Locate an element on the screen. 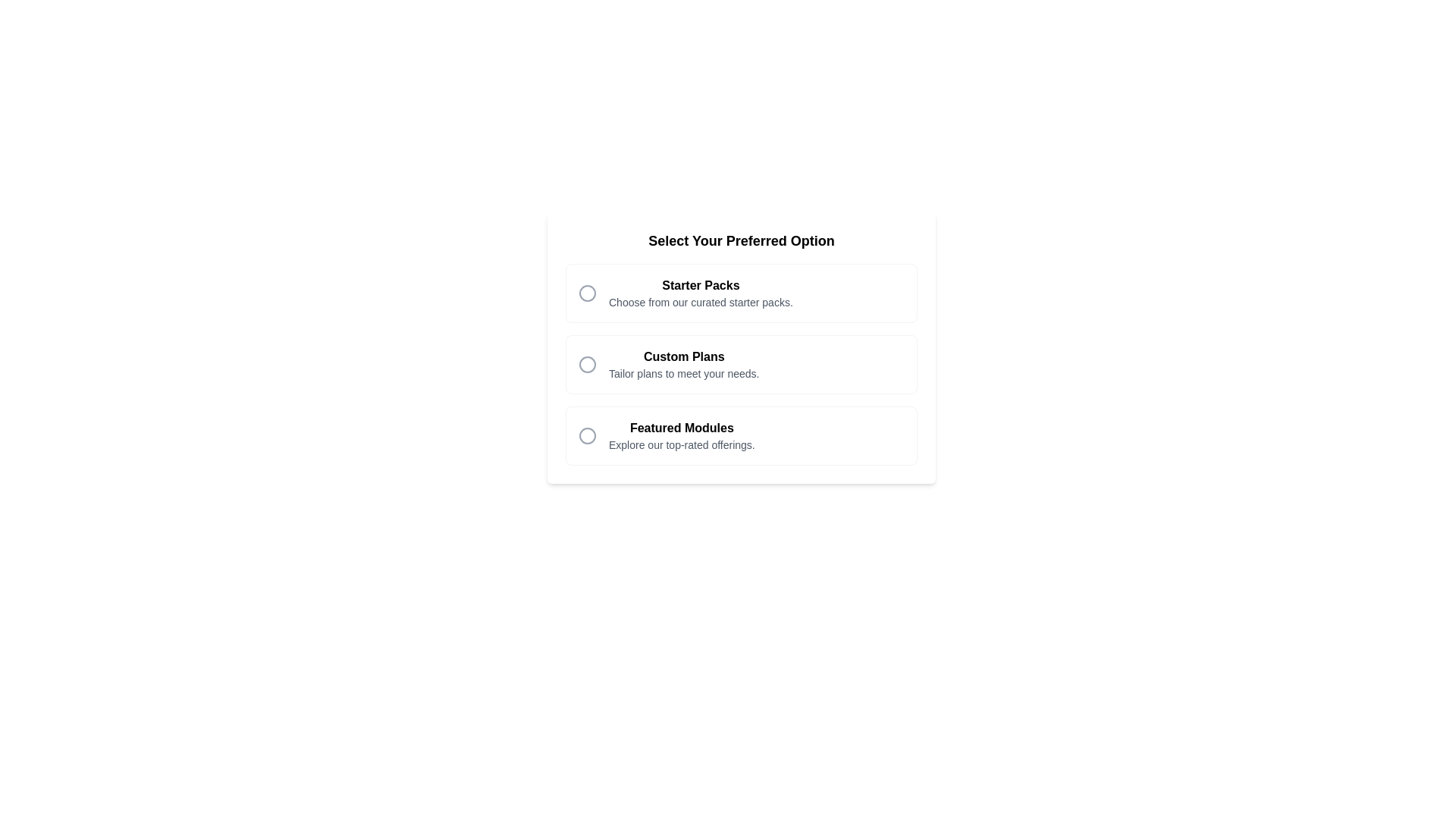 This screenshot has height=819, width=1456. the informative Text Component located underneath the 'Featured Modules' section, which provides additional information about it is located at coordinates (681, 444).